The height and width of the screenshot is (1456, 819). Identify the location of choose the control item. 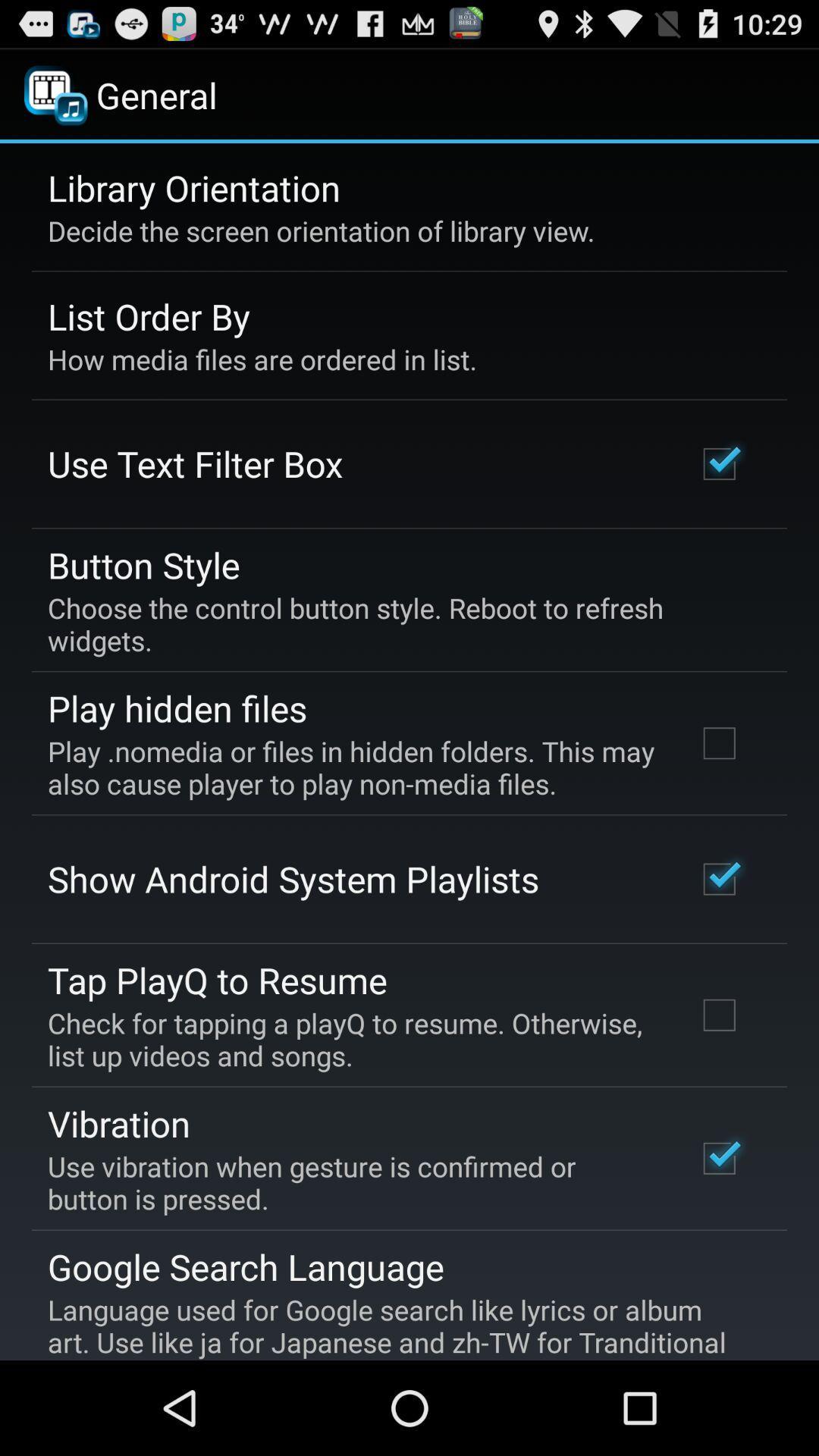
(398, 624).